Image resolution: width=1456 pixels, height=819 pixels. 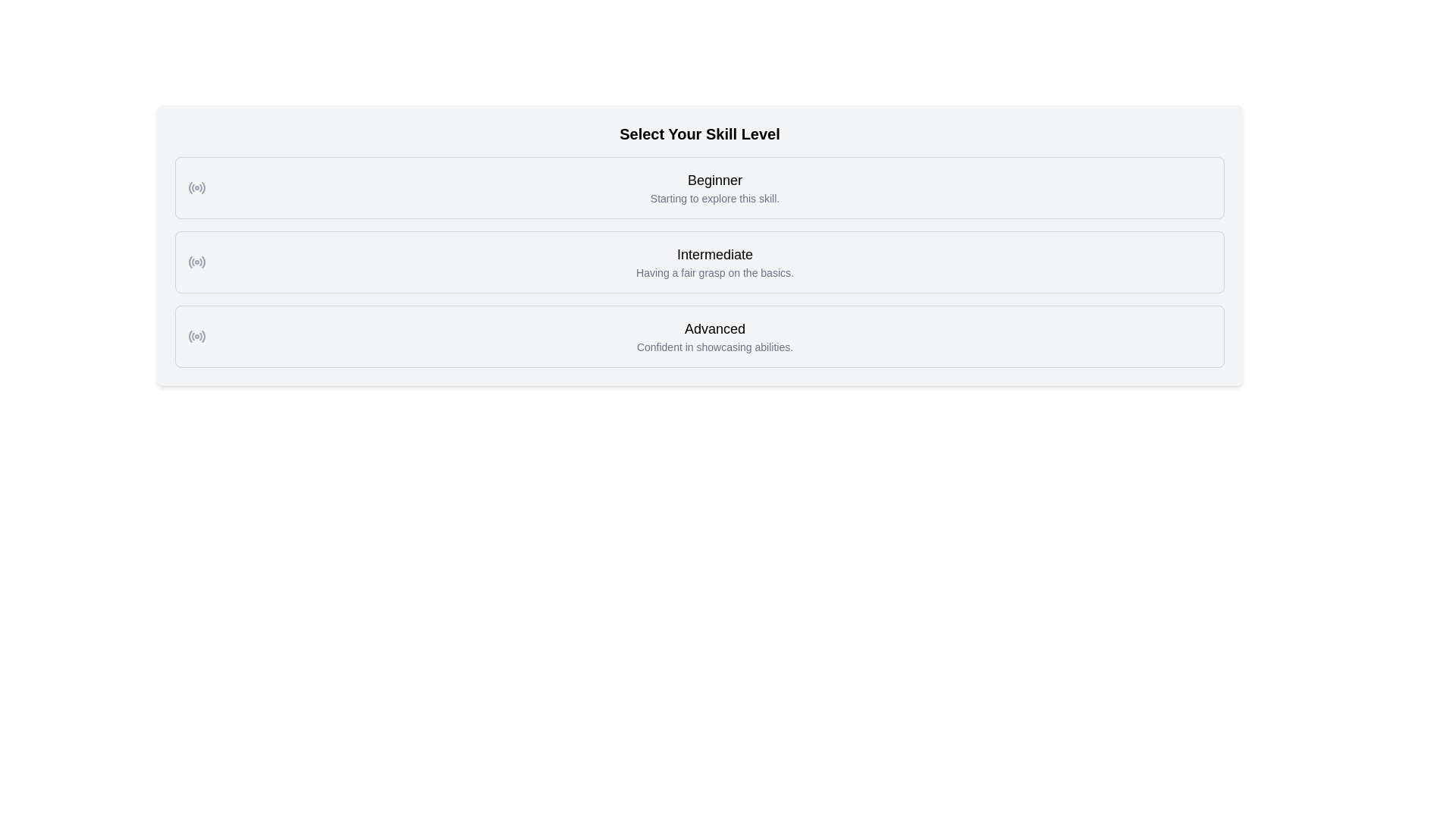 What do you see at coordinates (714, 262) in the screenshot?
I see `the 'Intermediate' selectable option element, which features 'Intermediate' in a bold font and is positioned between 'Beginner' and 'Advanced' in a vertical list` at bounding box center [714, 262].